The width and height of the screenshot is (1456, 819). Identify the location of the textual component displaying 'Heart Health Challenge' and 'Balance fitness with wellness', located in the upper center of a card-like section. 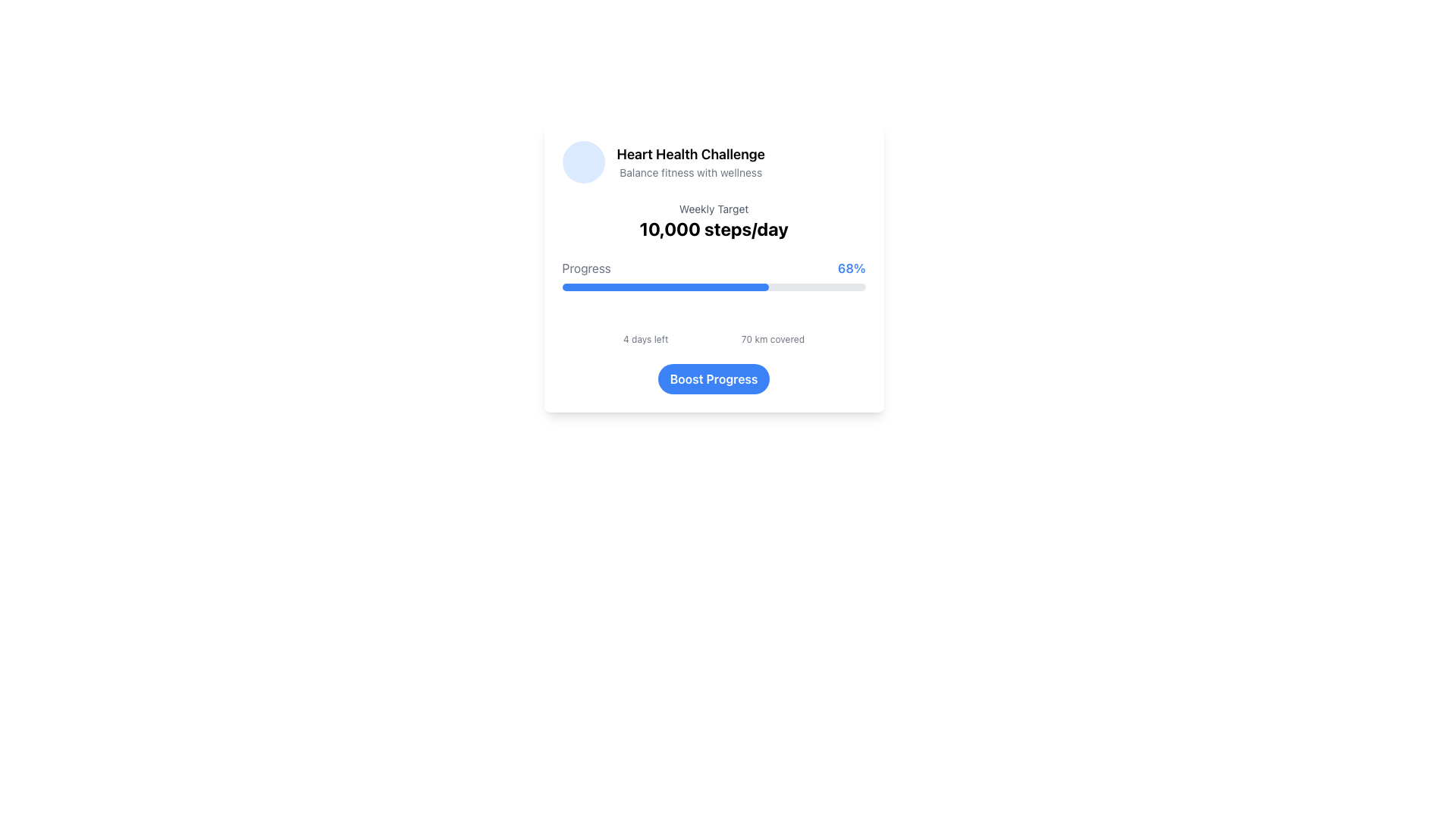
(690, 162).